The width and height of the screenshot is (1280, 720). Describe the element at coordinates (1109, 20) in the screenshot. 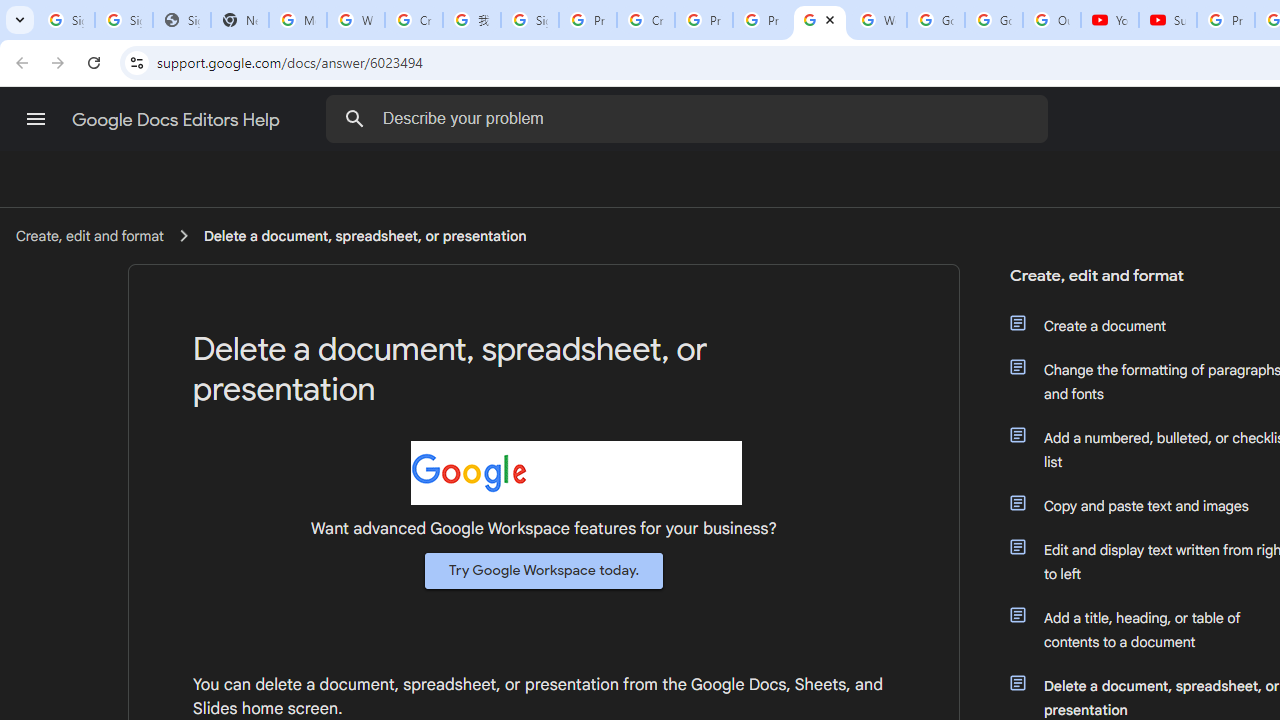

I see `'YouTube'` at that location.